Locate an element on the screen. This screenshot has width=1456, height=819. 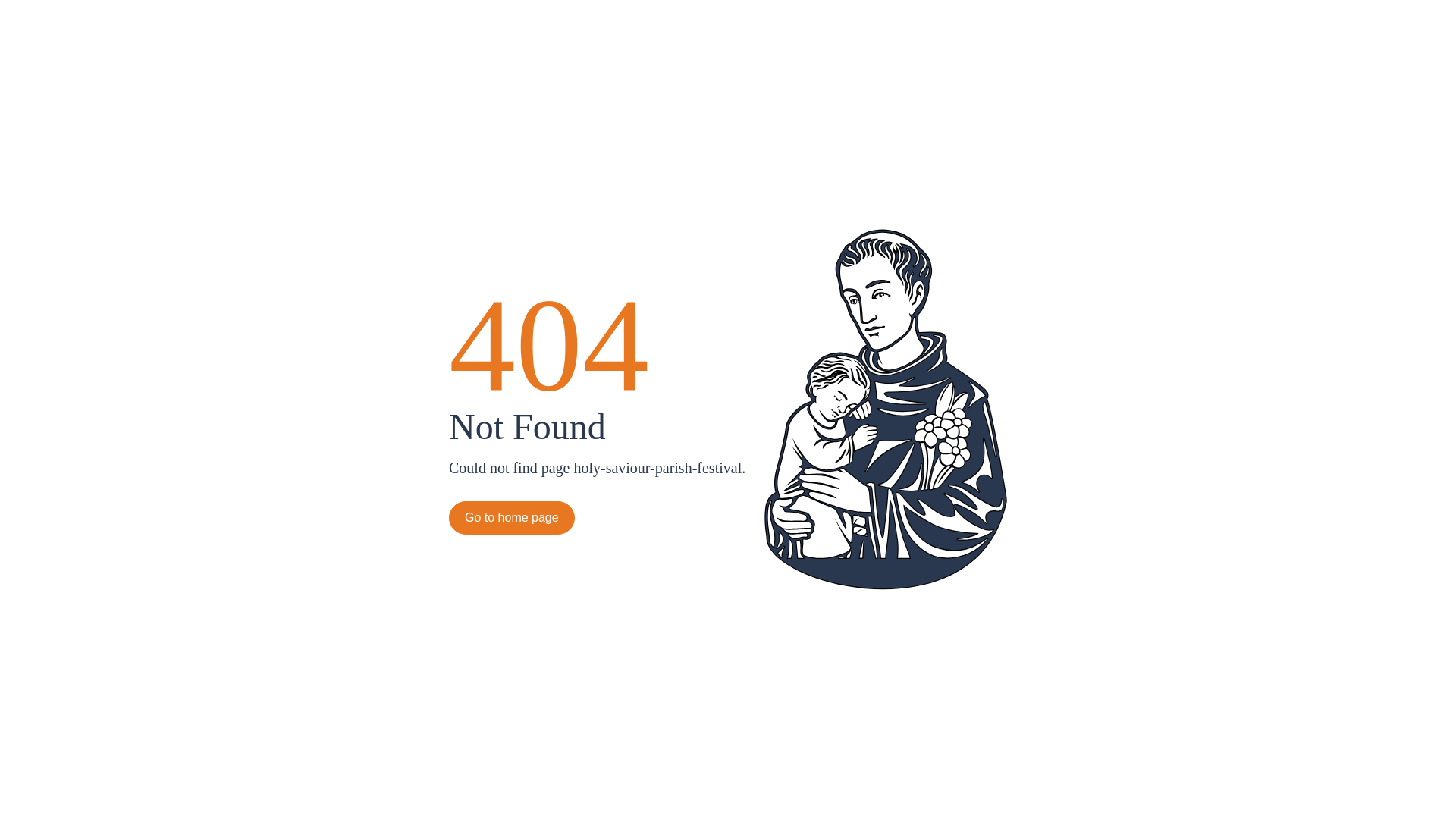
'Go to home page' is located at coordinates (447, 516).